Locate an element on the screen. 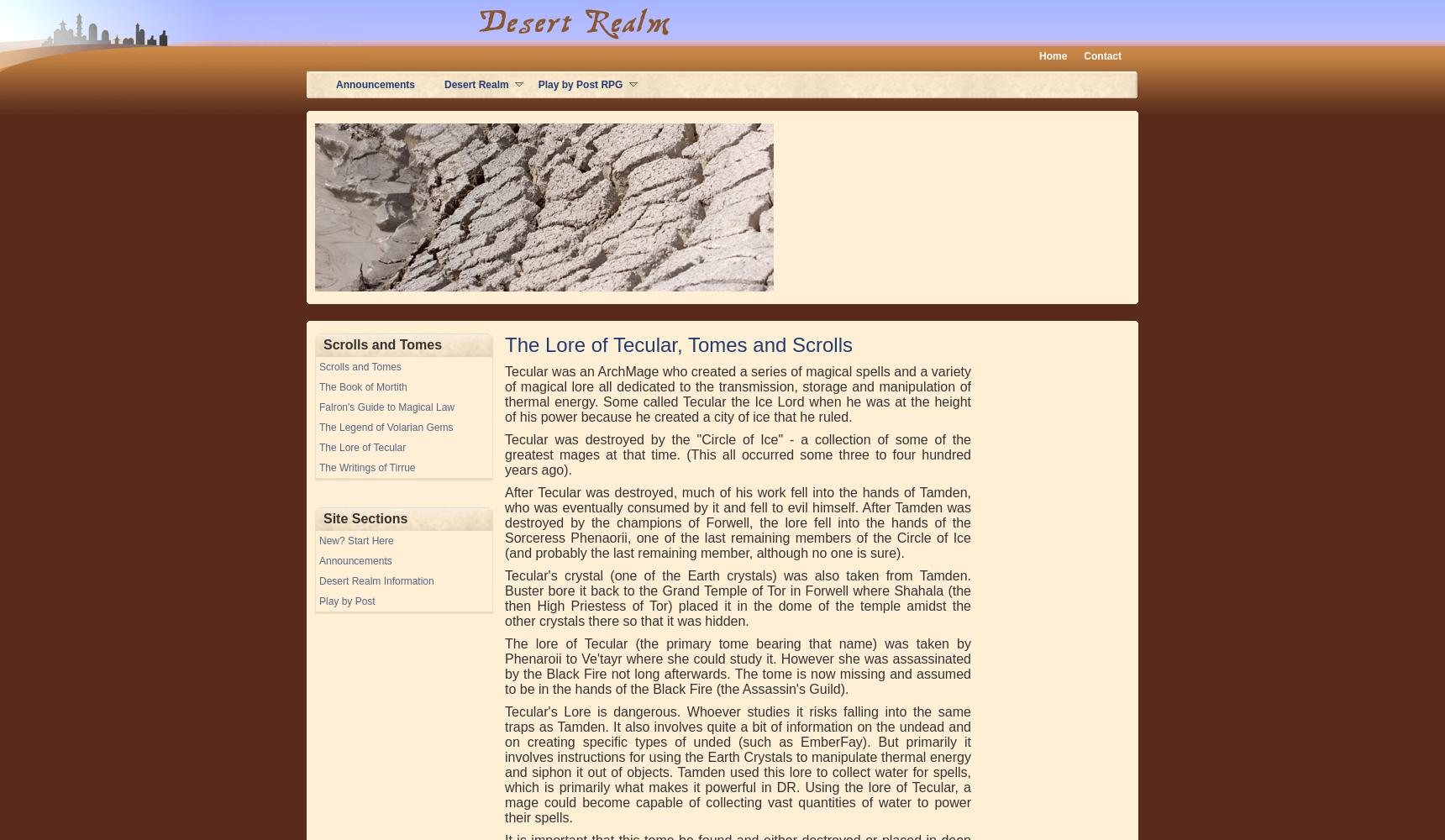 This screenshot has height=840, width=1445. 'About Role Playing by Post' is located at coordinates (391, 82).